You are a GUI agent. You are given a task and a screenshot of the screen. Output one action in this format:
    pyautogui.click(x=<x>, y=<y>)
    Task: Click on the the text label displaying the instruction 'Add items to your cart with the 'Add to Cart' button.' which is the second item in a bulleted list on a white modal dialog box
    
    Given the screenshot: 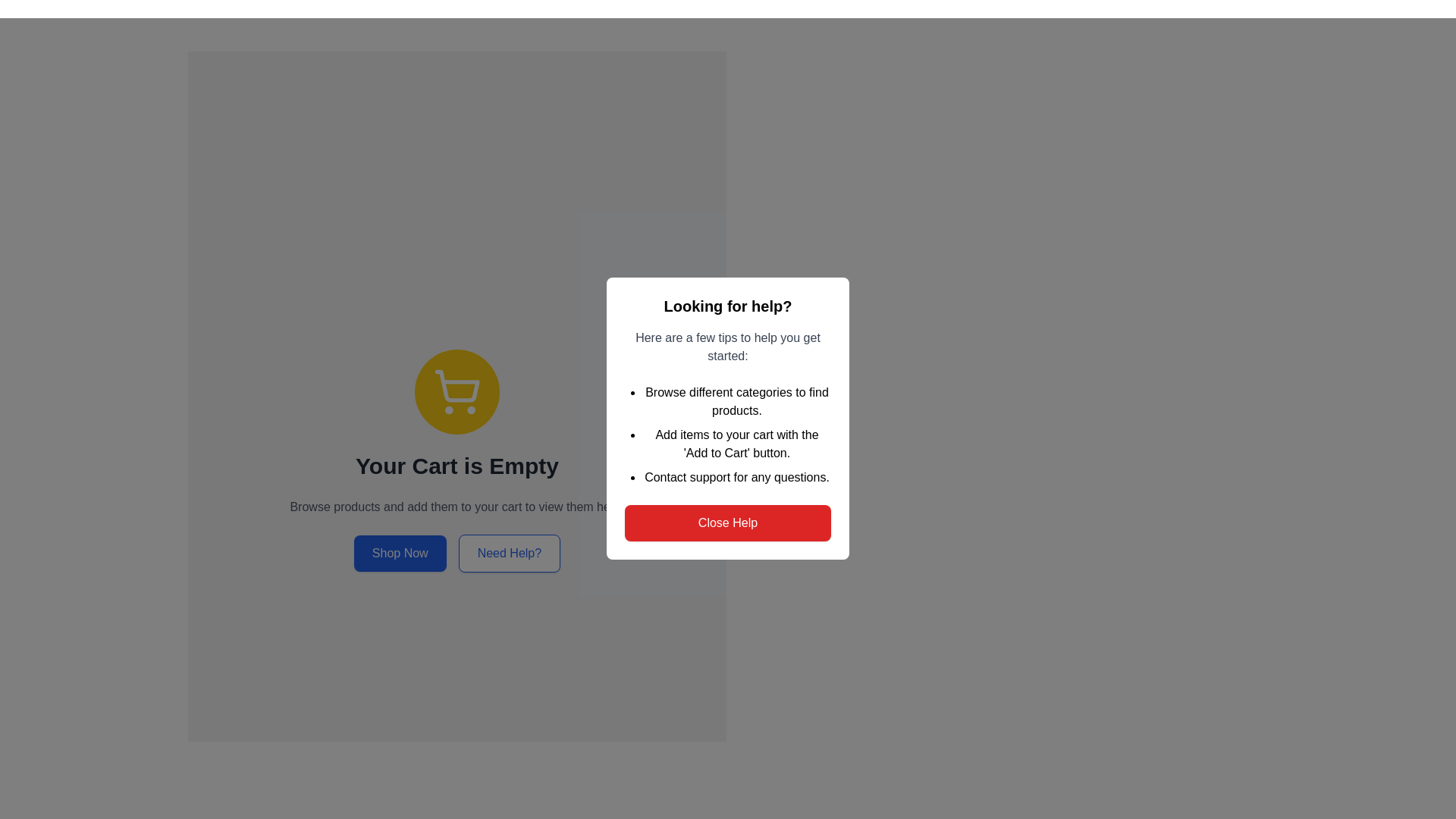 What is the action you would take?
    pyautogui.click(x=736, y=444)
    